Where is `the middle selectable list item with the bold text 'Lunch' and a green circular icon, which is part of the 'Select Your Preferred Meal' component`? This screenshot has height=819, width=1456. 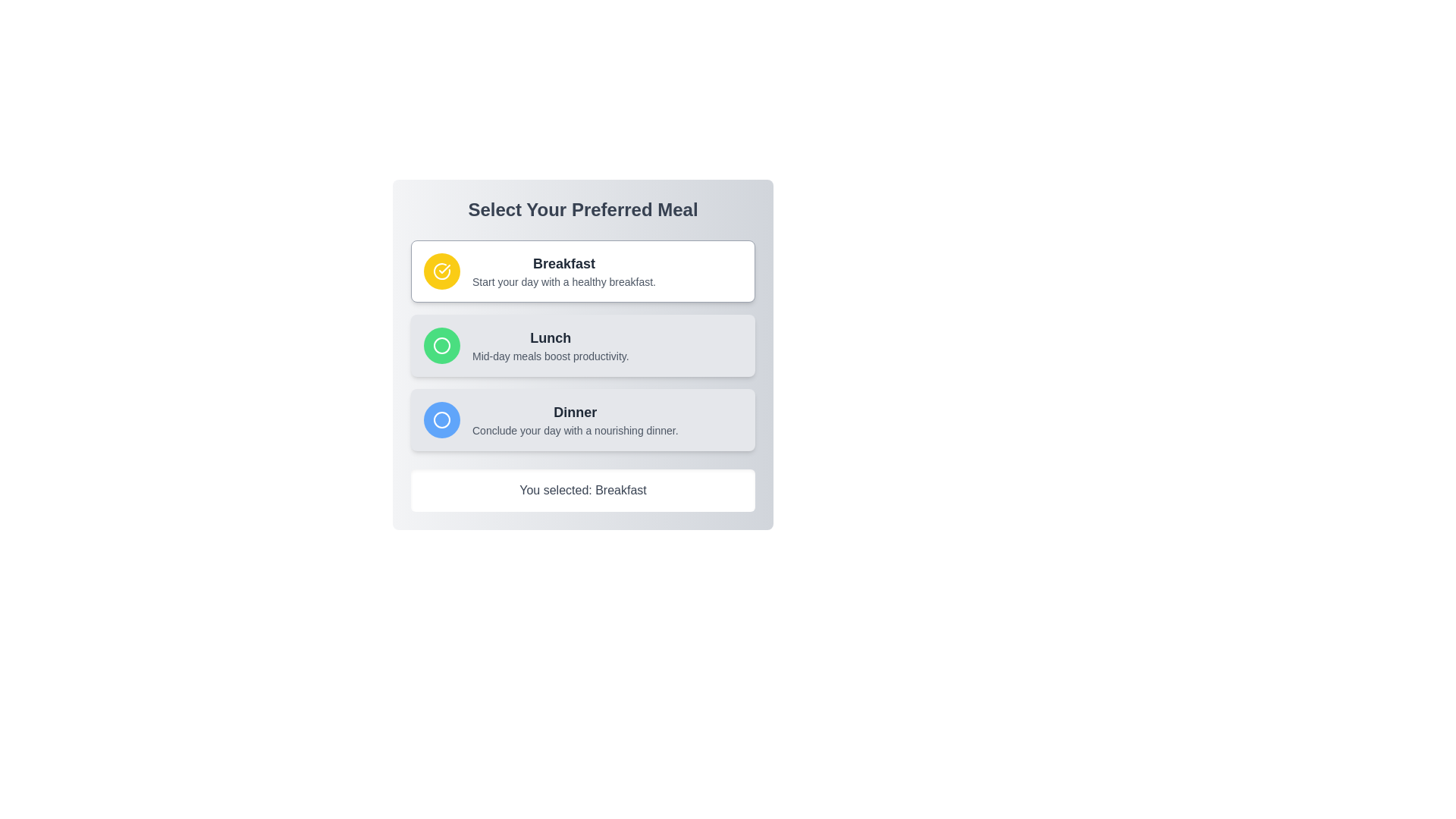 the middle selectable list item with the bold text 'Lunch' and a green circular icon, which is part of the 'Select Your Preferred Meal' component is located at coordinates (582, 345).